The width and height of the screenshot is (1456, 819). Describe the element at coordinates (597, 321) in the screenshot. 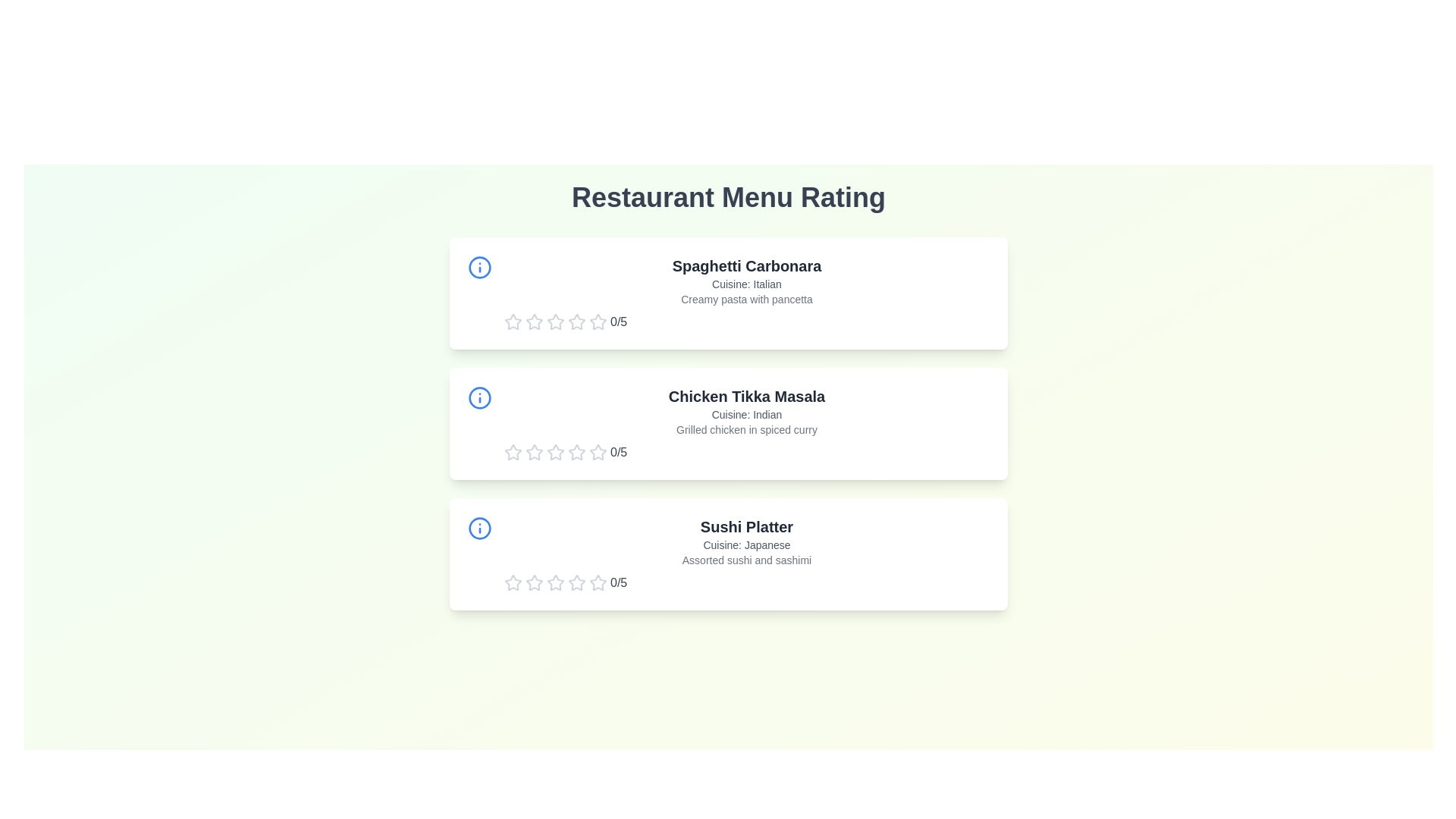

I see `the rating of a menu item to 5 stars` at that location.